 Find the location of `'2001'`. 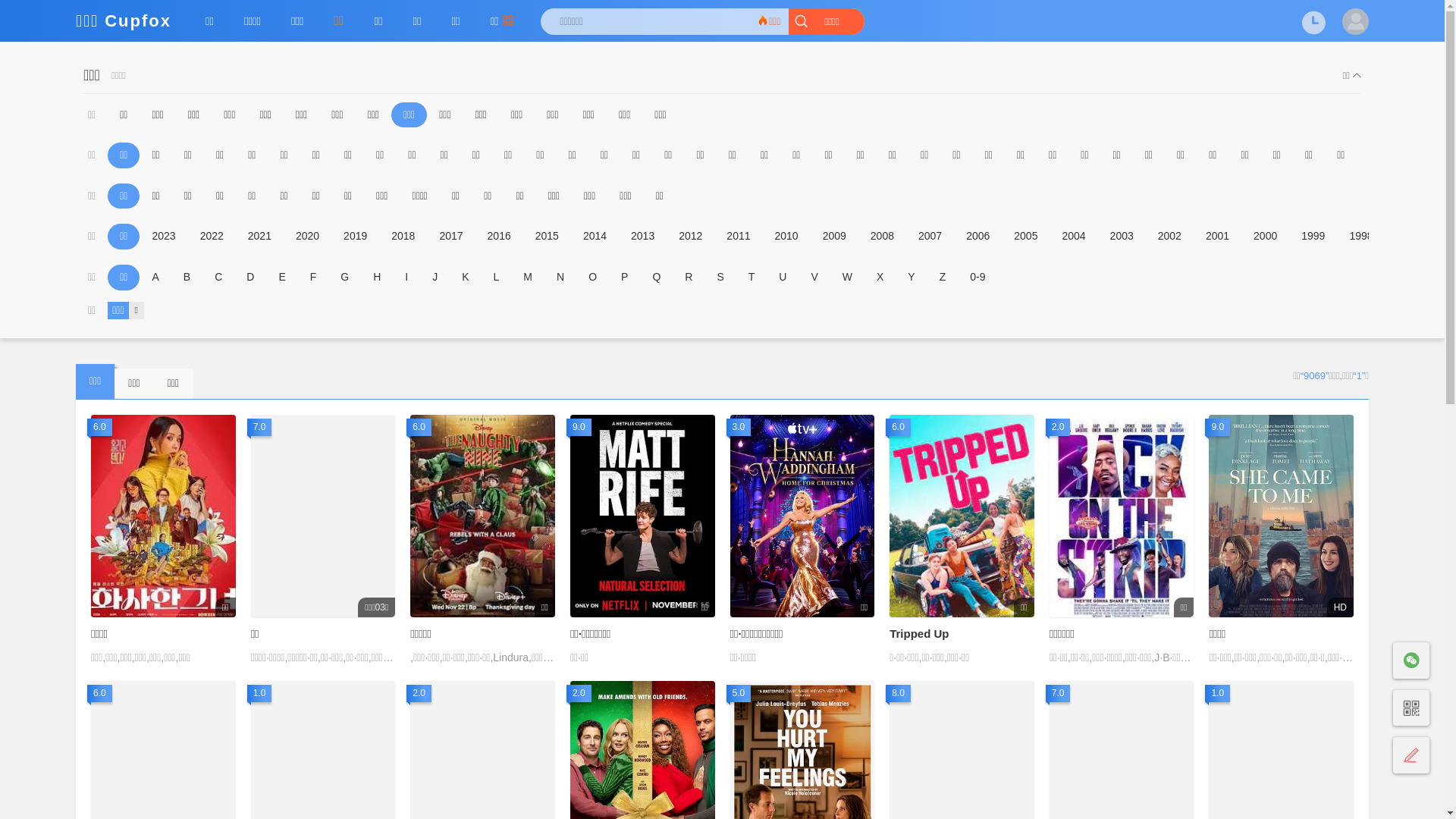

'2001' is located at coordinates (1193, 237).